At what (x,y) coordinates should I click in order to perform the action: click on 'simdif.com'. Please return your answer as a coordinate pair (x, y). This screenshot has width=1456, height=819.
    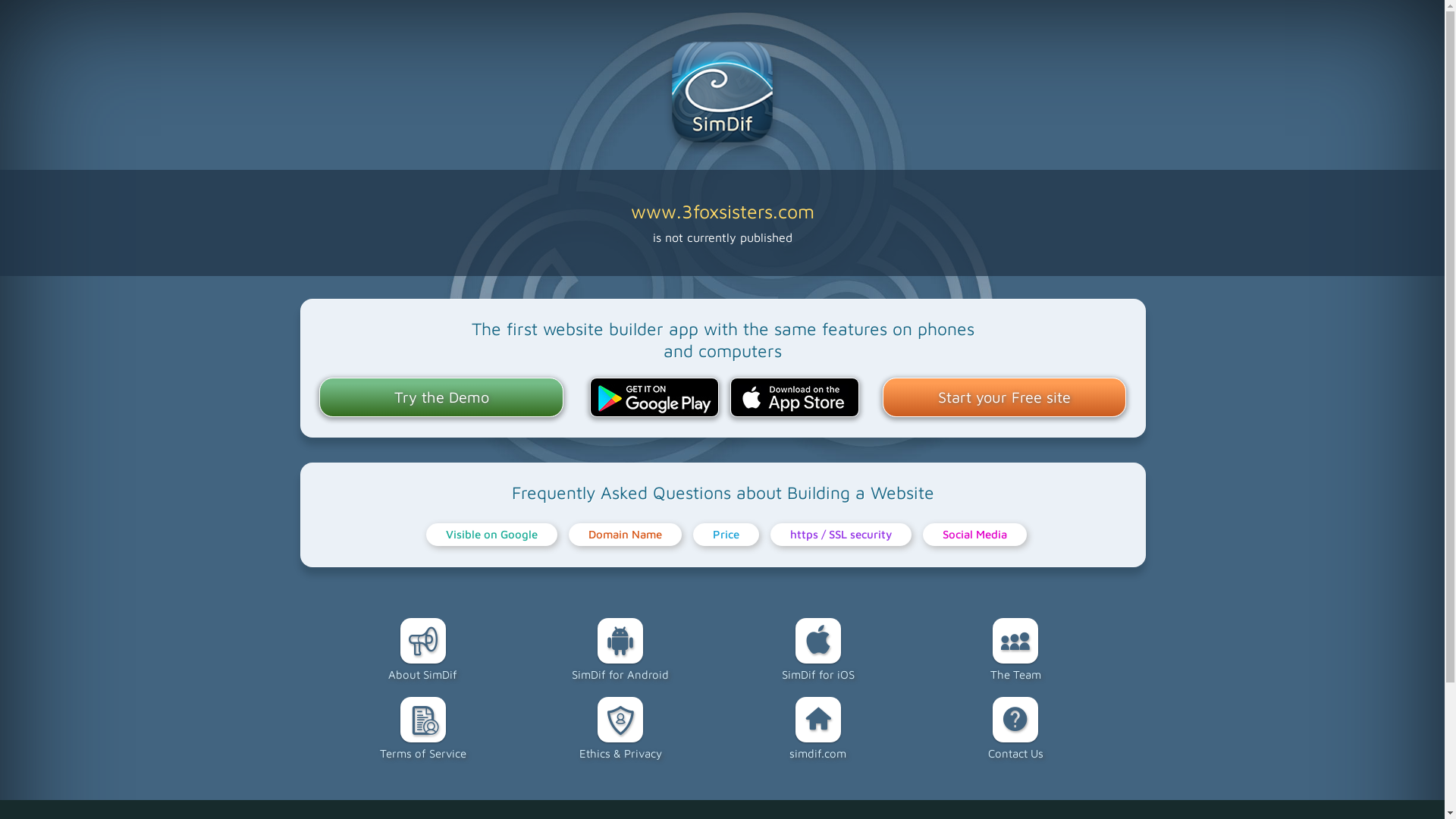
    Looking at the image, I should click on (817, 727).